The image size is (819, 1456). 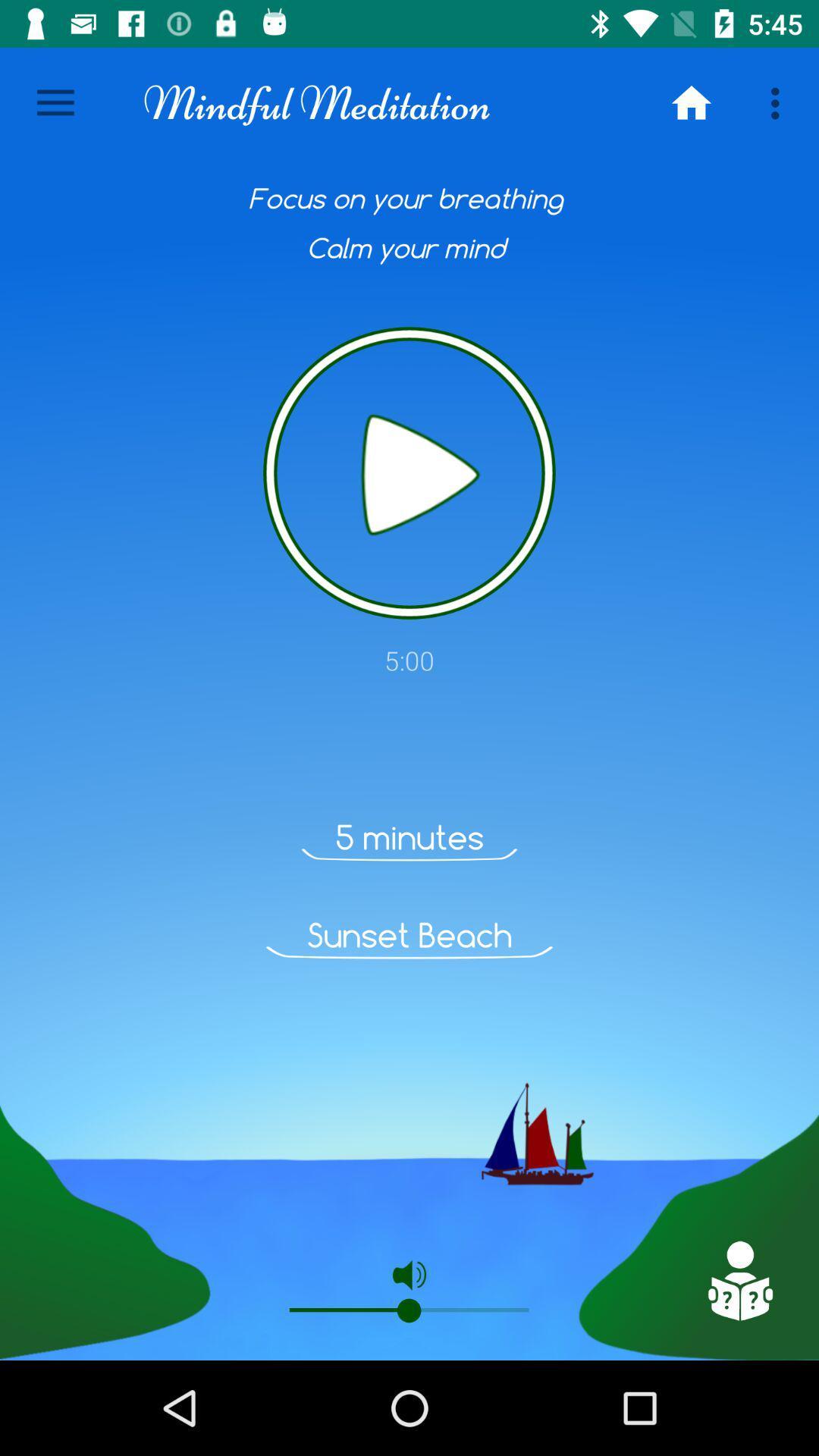 What do you see at coordinates (409, 934) in the screenshot?
I see `the   sunset beach   icon` at bounding box center [409, 934].